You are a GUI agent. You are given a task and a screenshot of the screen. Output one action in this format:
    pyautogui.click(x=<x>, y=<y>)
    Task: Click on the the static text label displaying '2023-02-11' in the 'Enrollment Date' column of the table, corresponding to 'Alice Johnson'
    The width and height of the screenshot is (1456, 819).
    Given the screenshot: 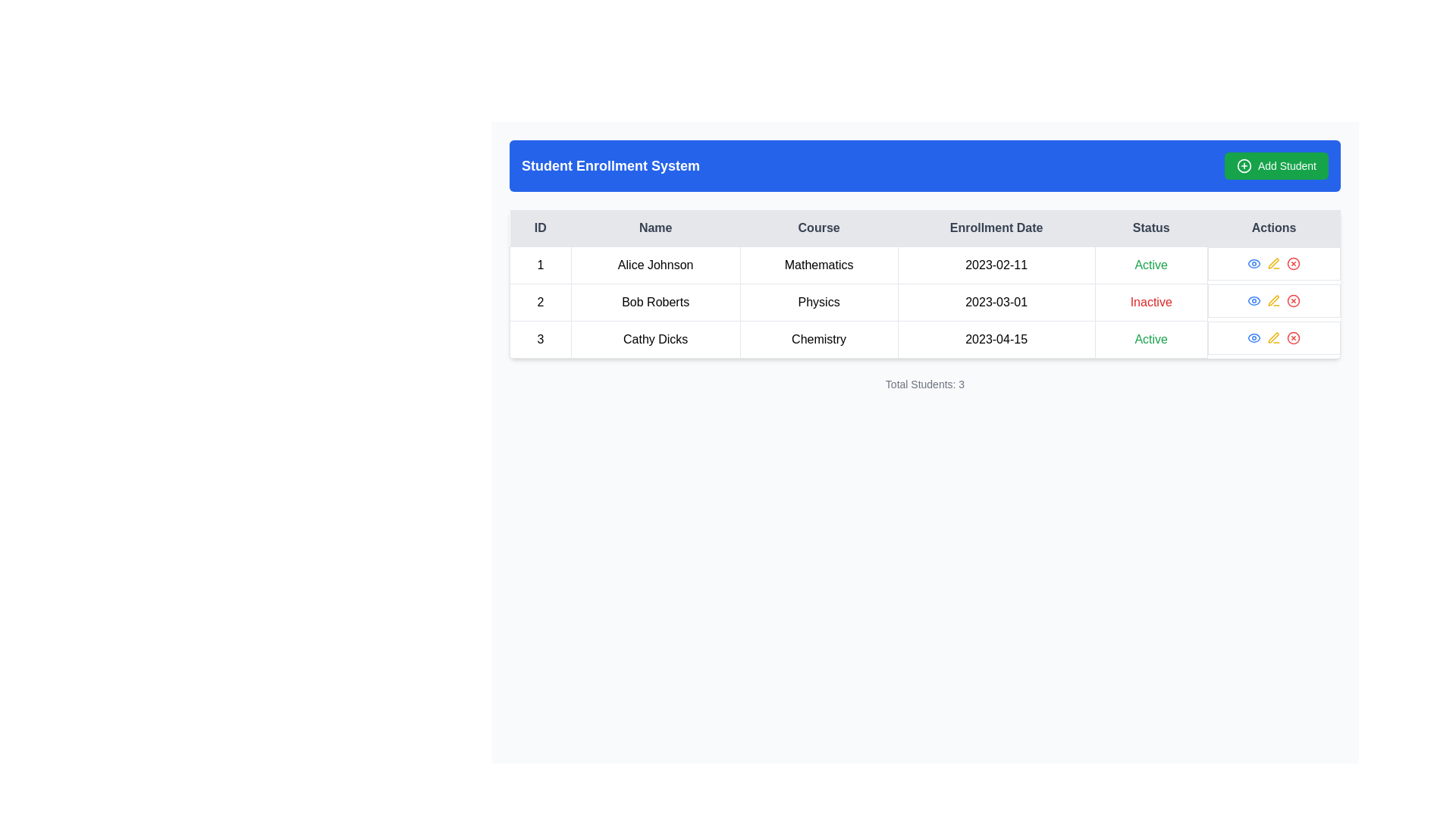 What is the action you would take?
    pyautogui.click(x=996, y=265)
    